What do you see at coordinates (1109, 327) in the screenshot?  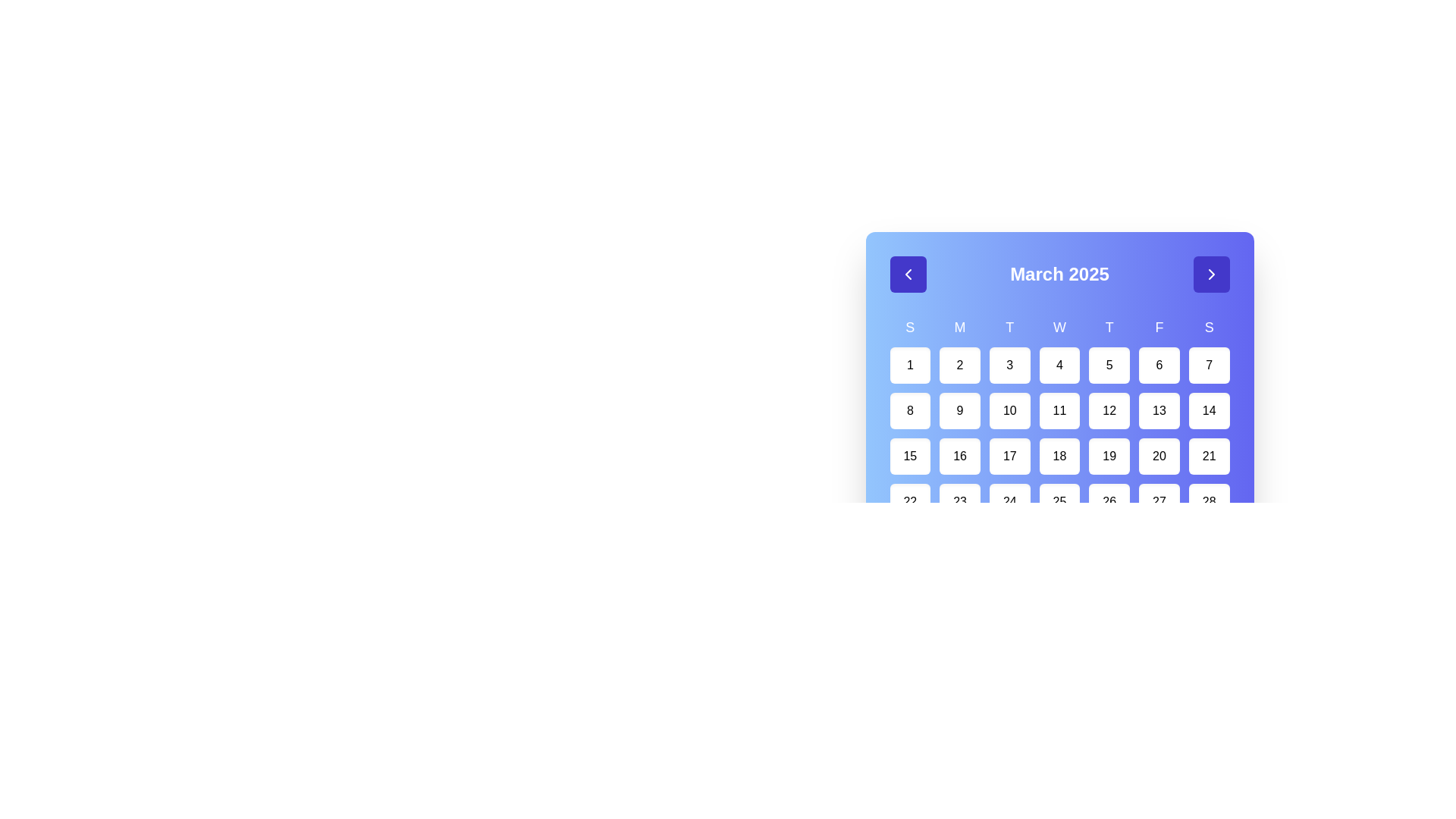 I see `the header label for Thursday in the calendar grid layout, which is located in the fifth column of the first row, between the labels 'W' and 'F'` at bounding box center [1109, 327].